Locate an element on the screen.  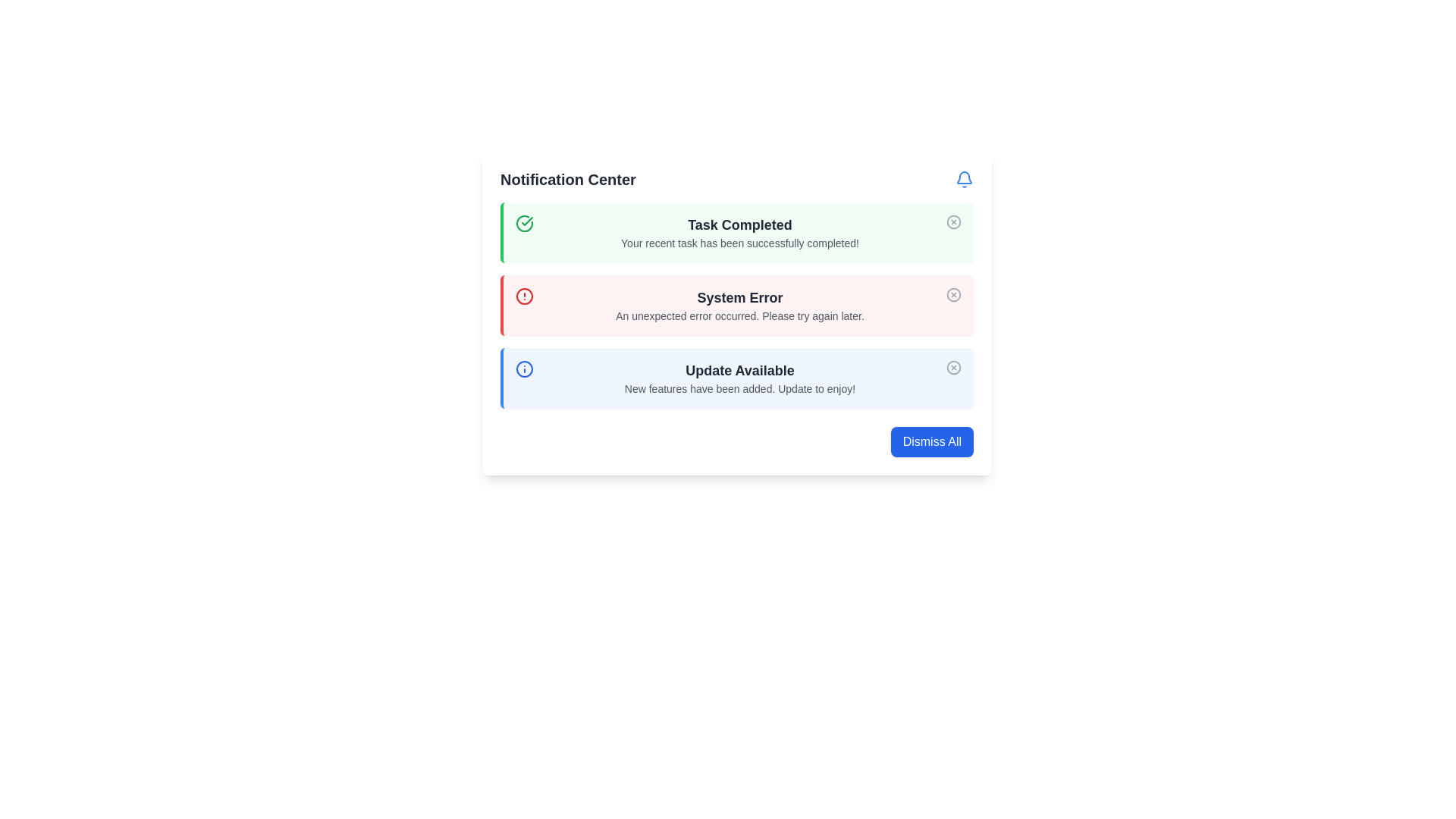
the Circular decorative SVG element located in the 'Update Available' notification block, positioned on the left side within the blue border is located at coordinates (524, 369).